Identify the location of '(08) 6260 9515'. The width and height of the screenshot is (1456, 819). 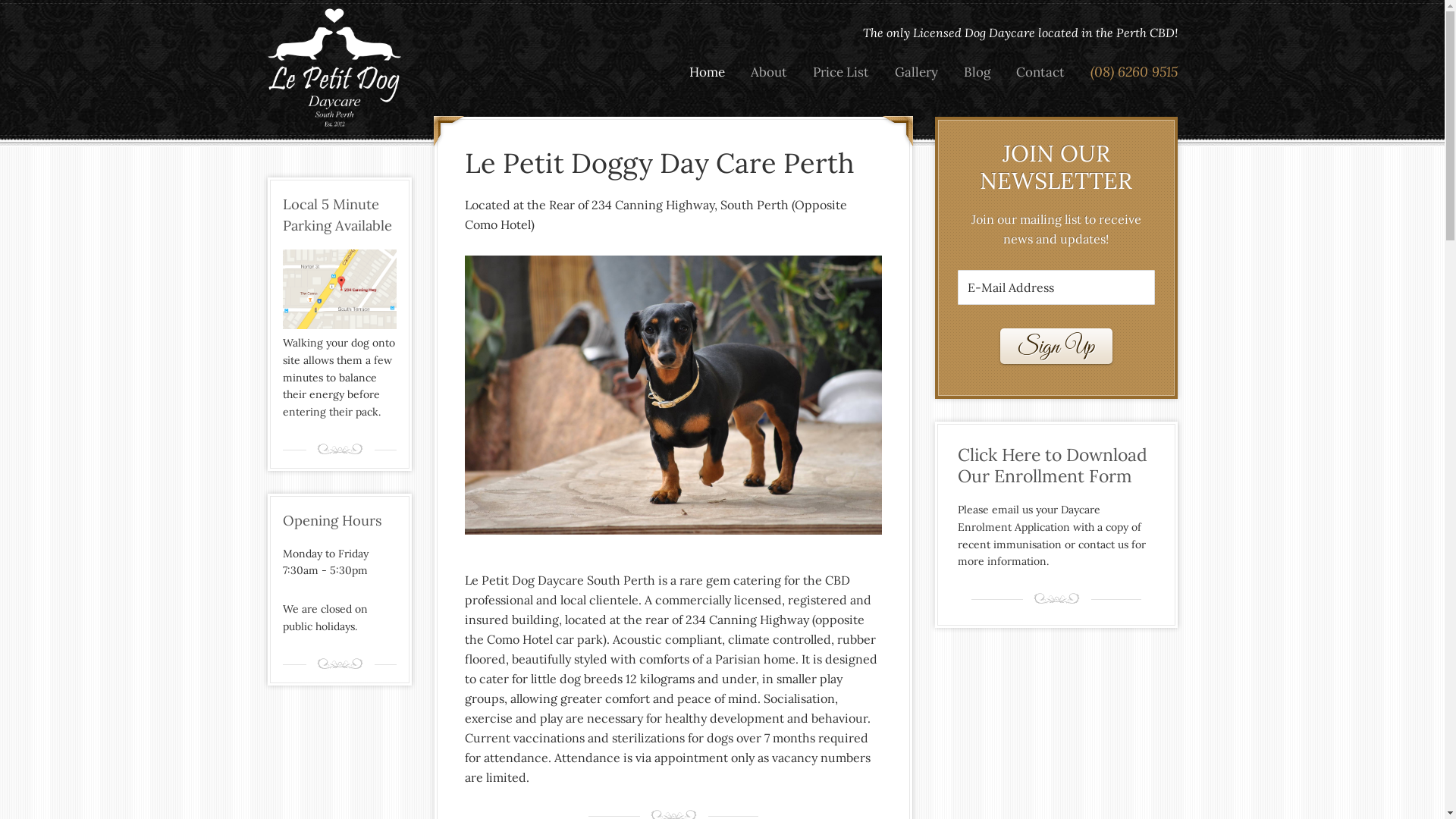
(1128, 72).